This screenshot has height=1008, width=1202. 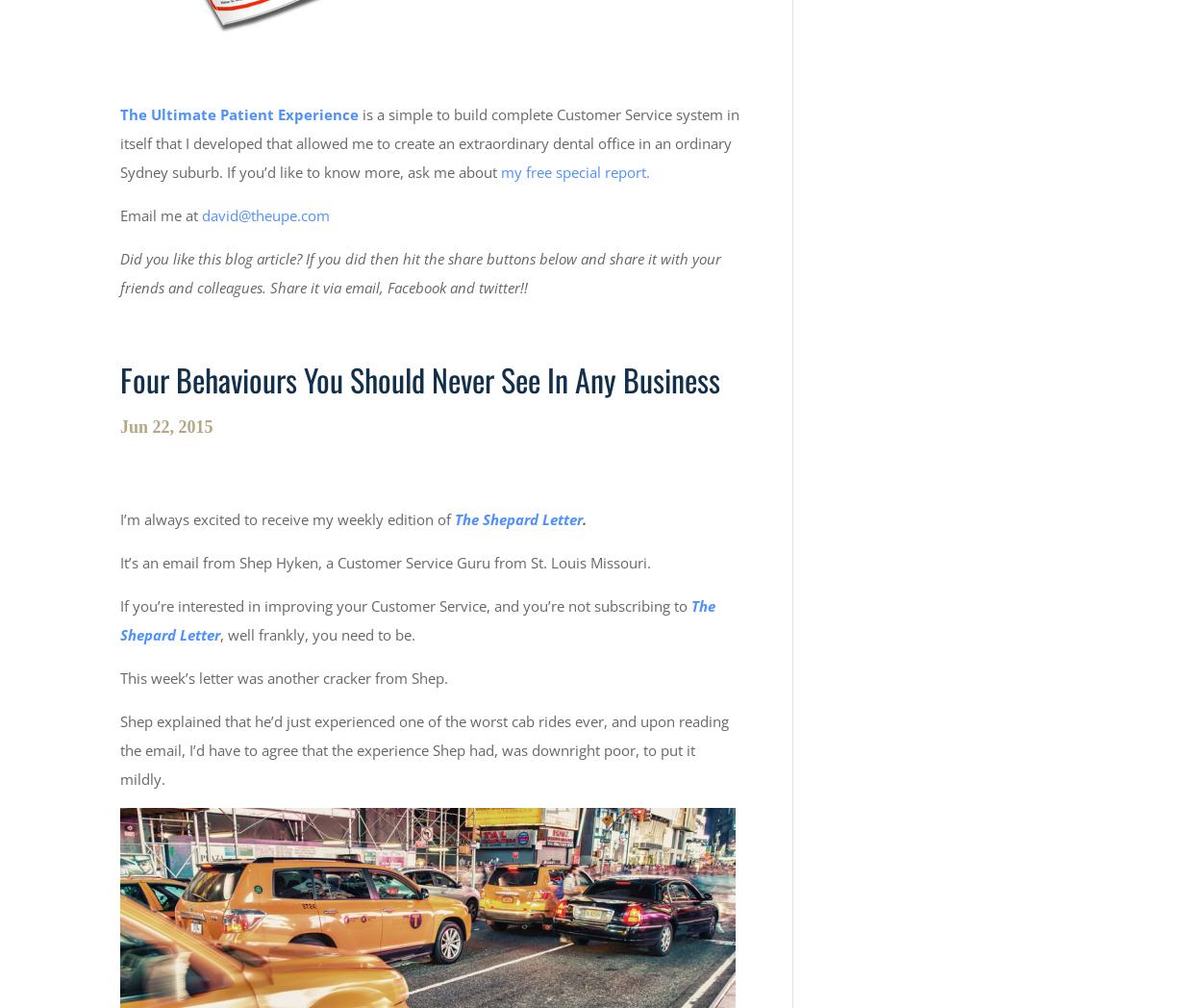 I want to click on 'Email me at', so click(x=161, y=214).